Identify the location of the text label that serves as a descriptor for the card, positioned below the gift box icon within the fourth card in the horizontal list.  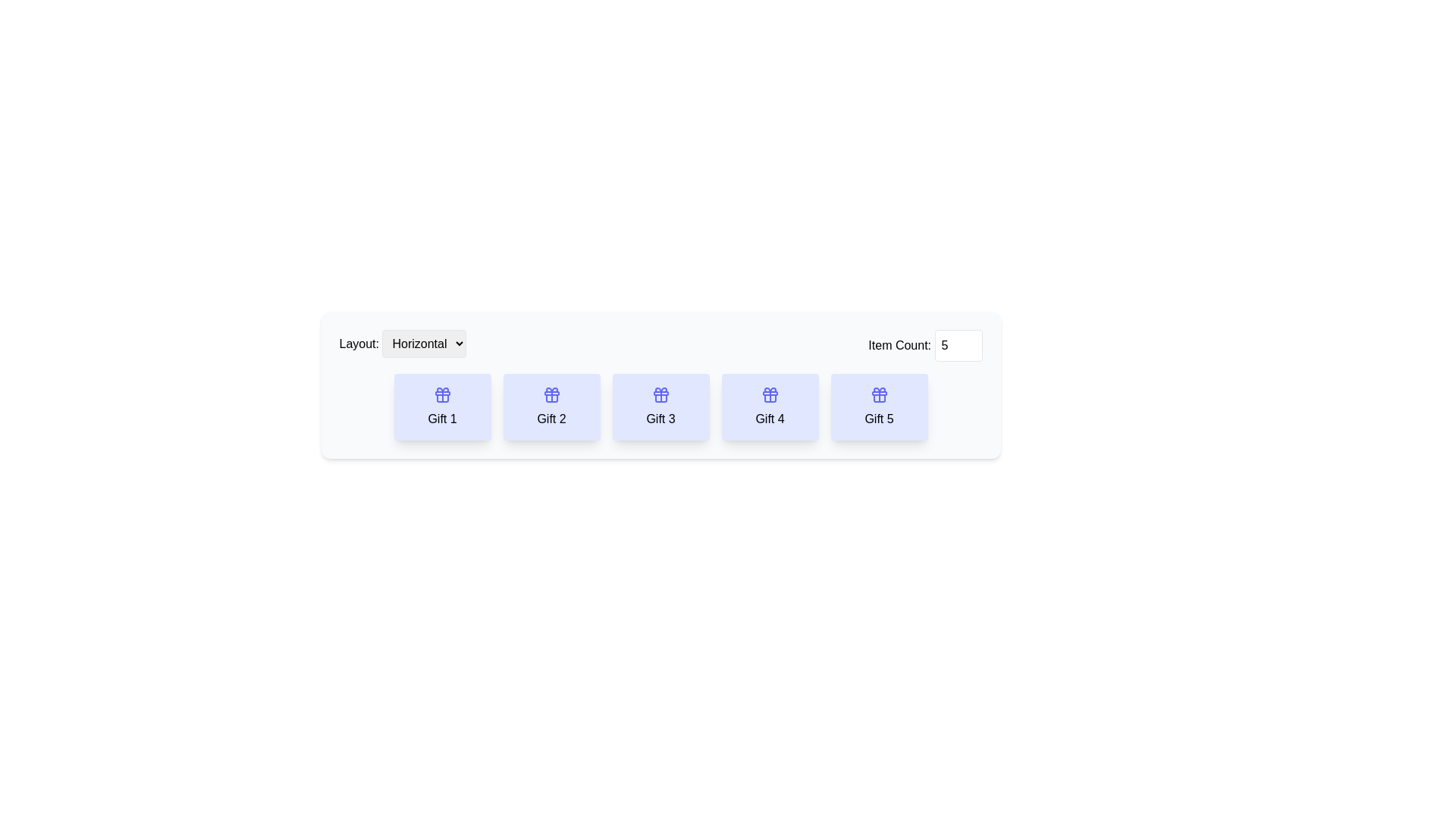
(770, 419).